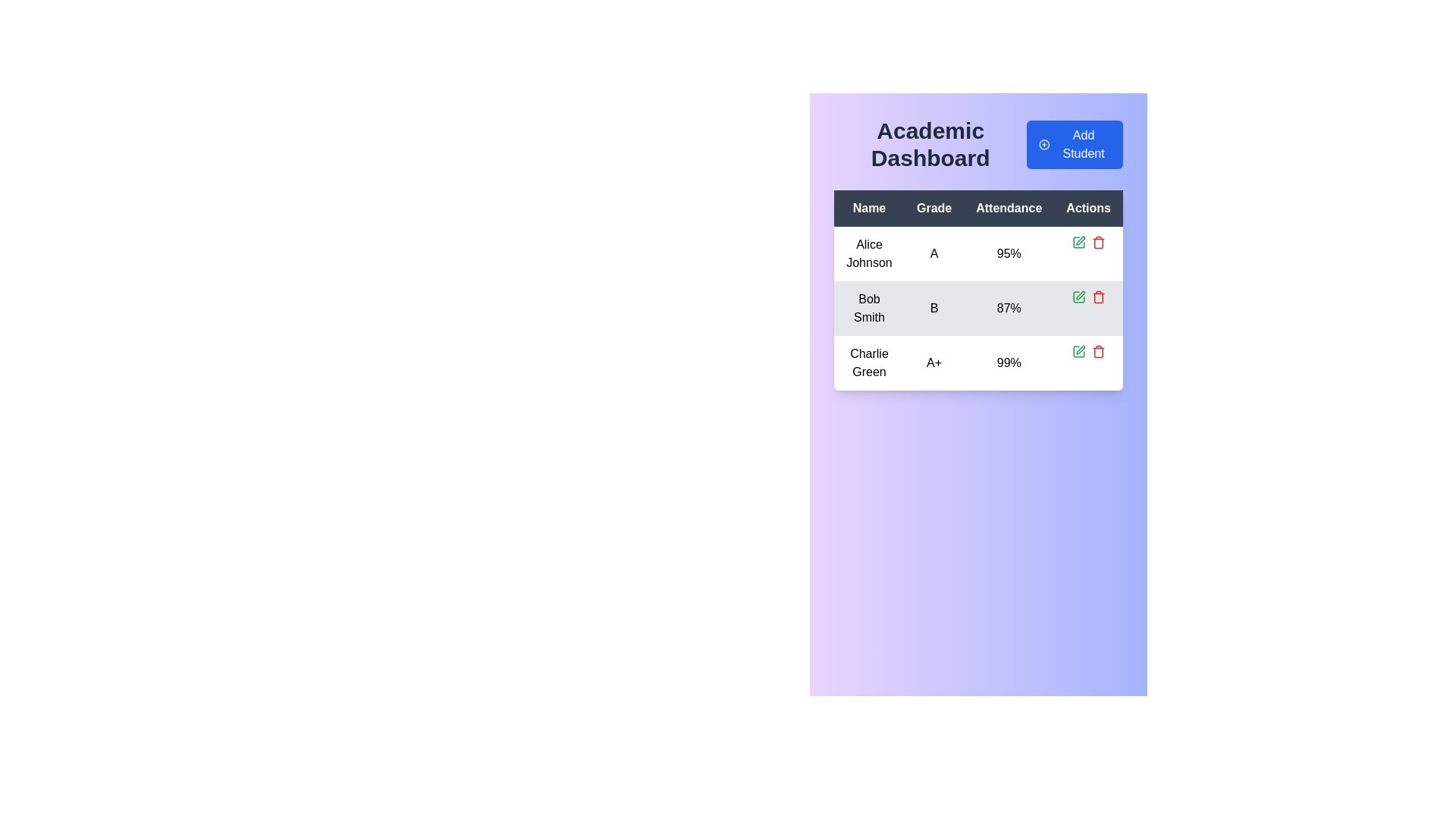  Describe the element at coordinates (930, 145) in the screenshot. I see `the text label 'Academic Dashboard' which is prominently displayed at the top of the page in a large, bold font` at that location.